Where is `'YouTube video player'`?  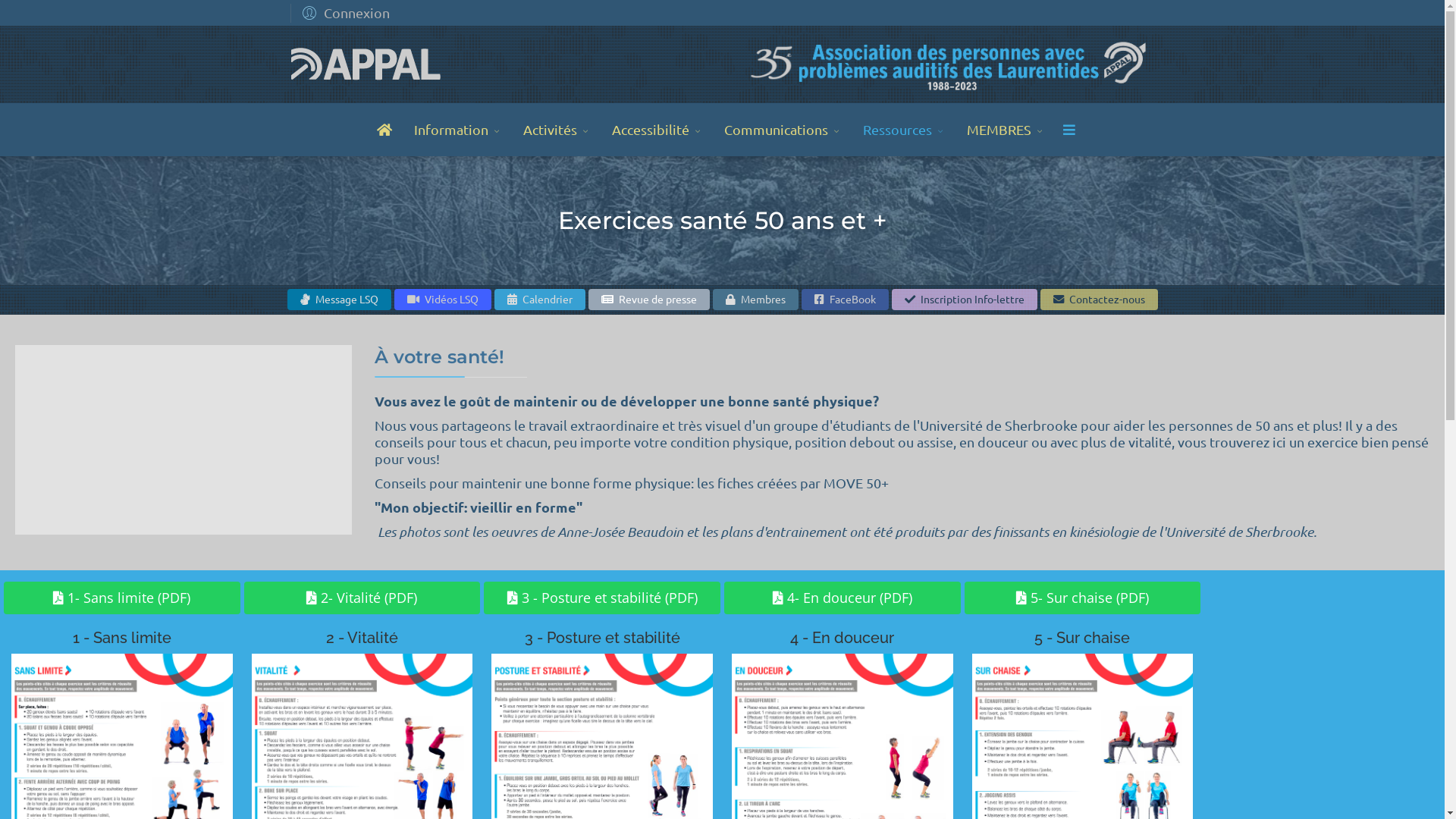 'YouTube video player' is located at coordinates (182, 439).